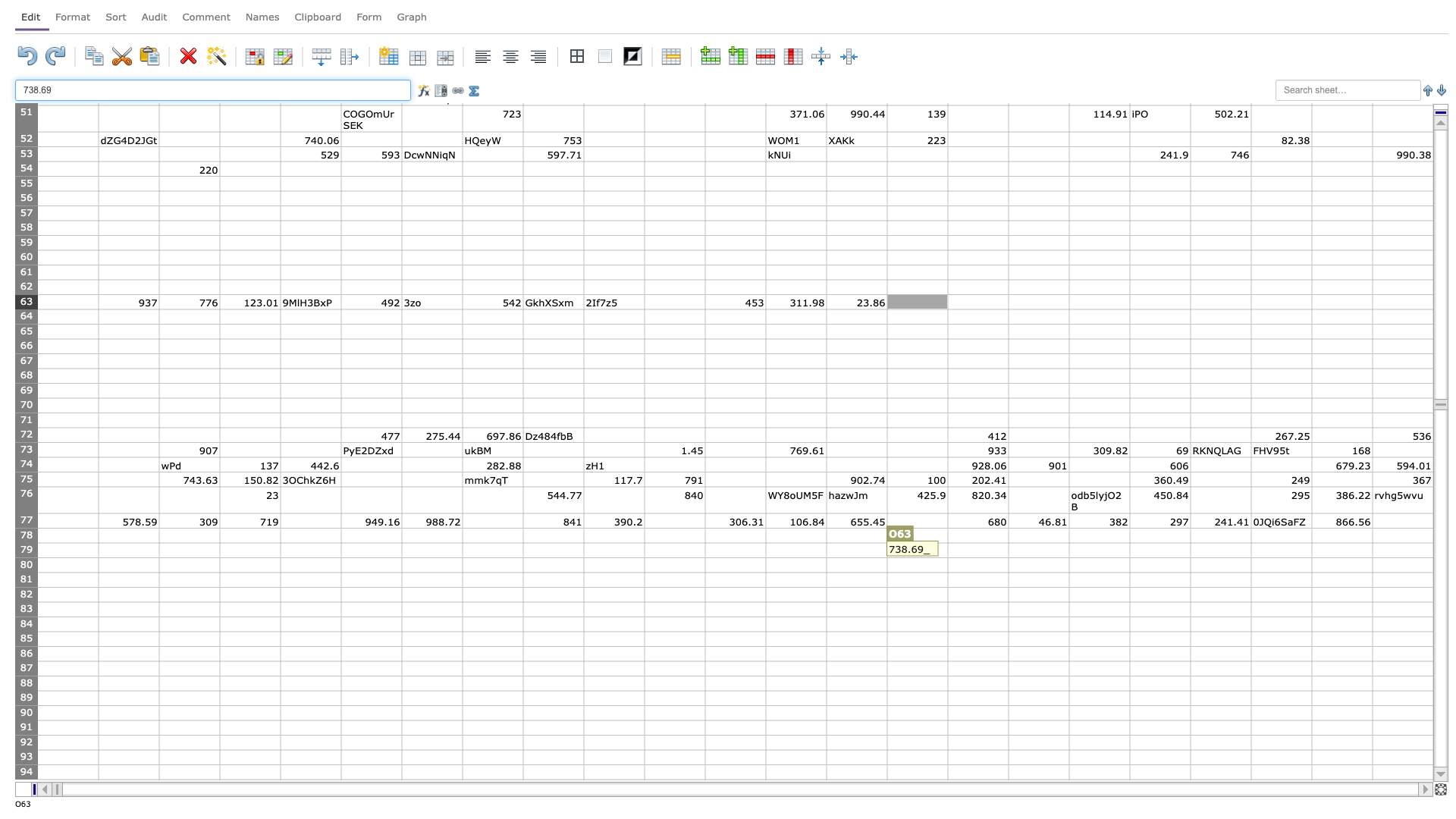 The image size is (1456, 819). What do you see at coordinates (946, 542) in the screenshot?
I see `Top left corner at position P79` at bounding box center [946, 542].